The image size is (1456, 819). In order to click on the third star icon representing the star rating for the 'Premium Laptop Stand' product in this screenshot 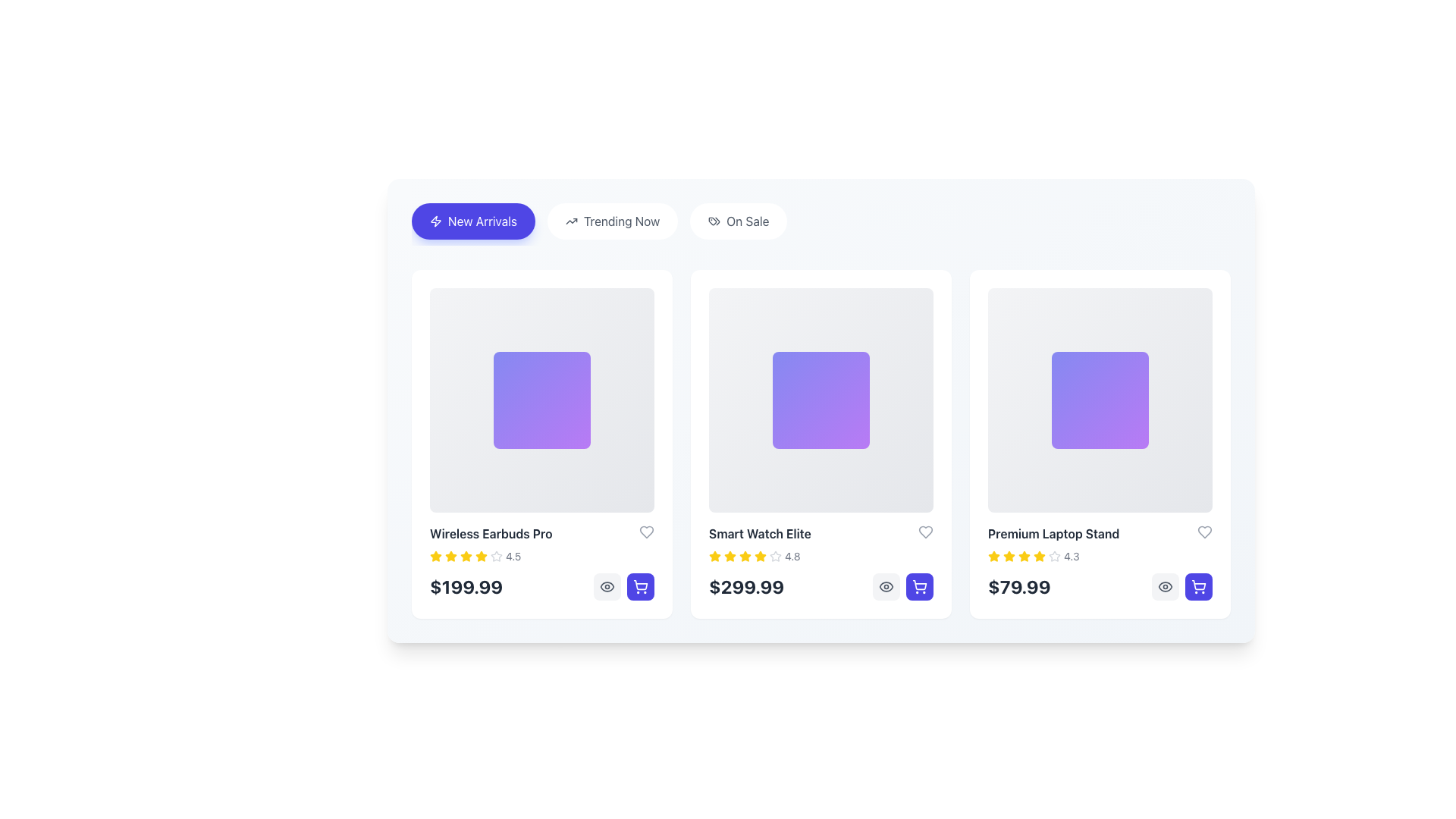, I will do `click(1024, 556)`.